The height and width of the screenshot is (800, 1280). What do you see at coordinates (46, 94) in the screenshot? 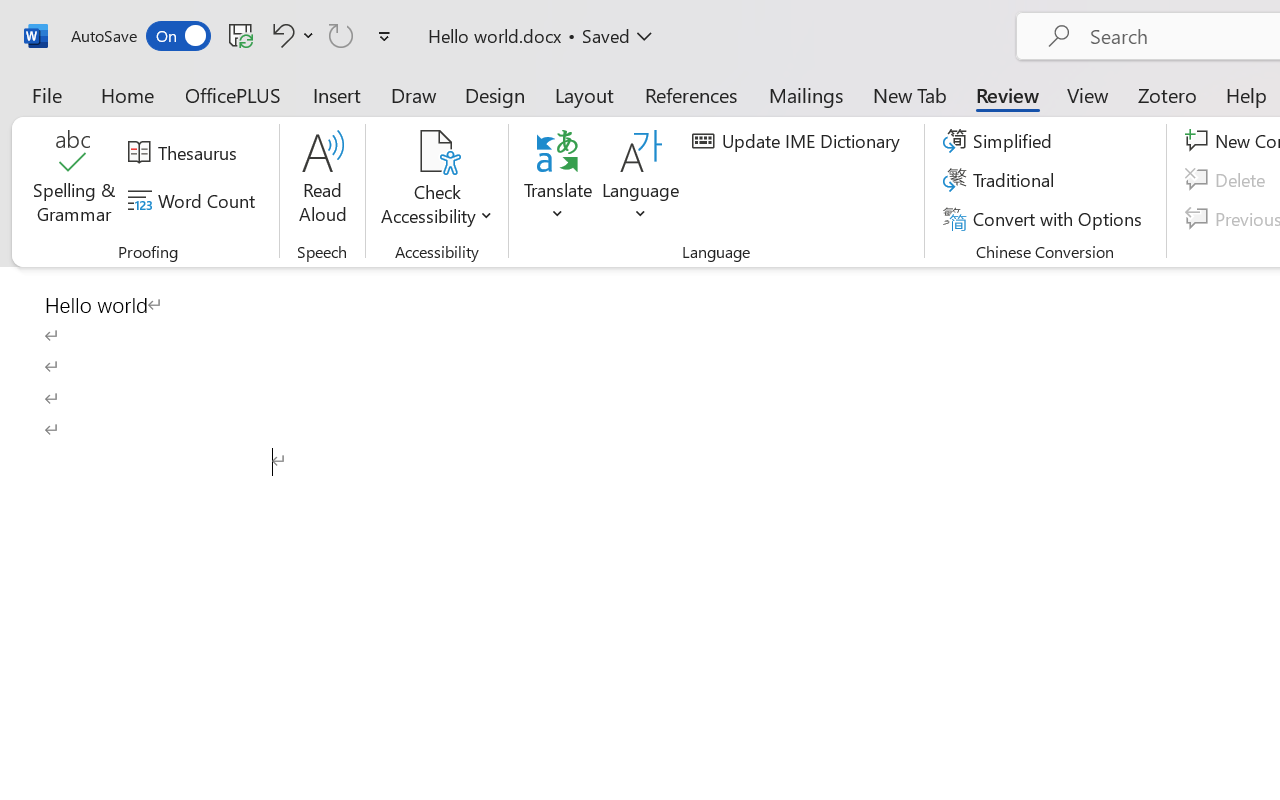
I see `'File Tab'` at bounding box center [46, 94].